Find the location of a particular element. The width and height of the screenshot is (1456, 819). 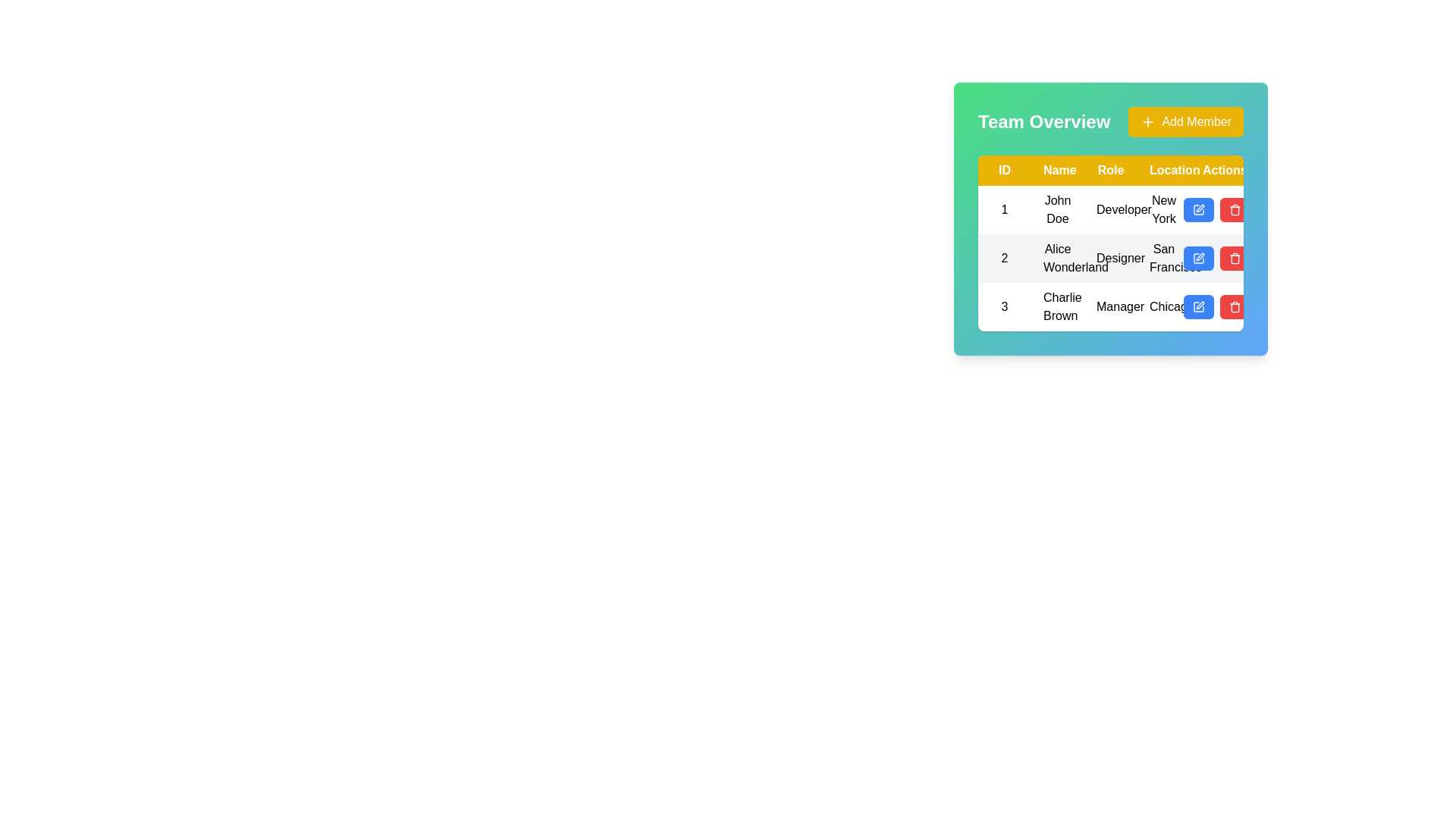

the delete icon button styled as a trash bin located in the 'Actions' column of the third row in the 'Team Overview' interface is located at coordinates (1235, 210).